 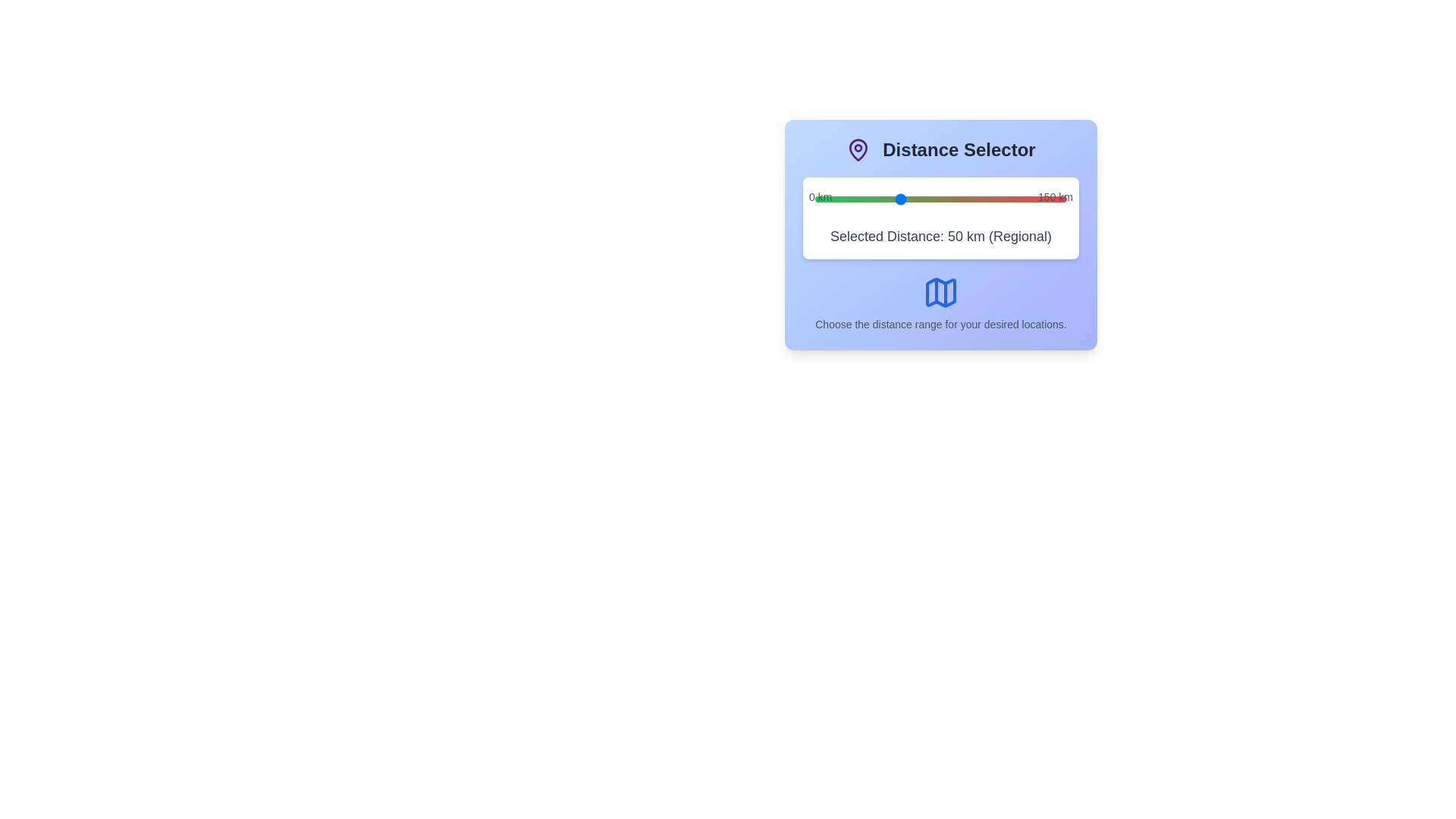 What do you see at coordinates (1008, 198) in the screenshot?
I see `the slider to set the distance to 115 km` at bounding box center [1008, 198].